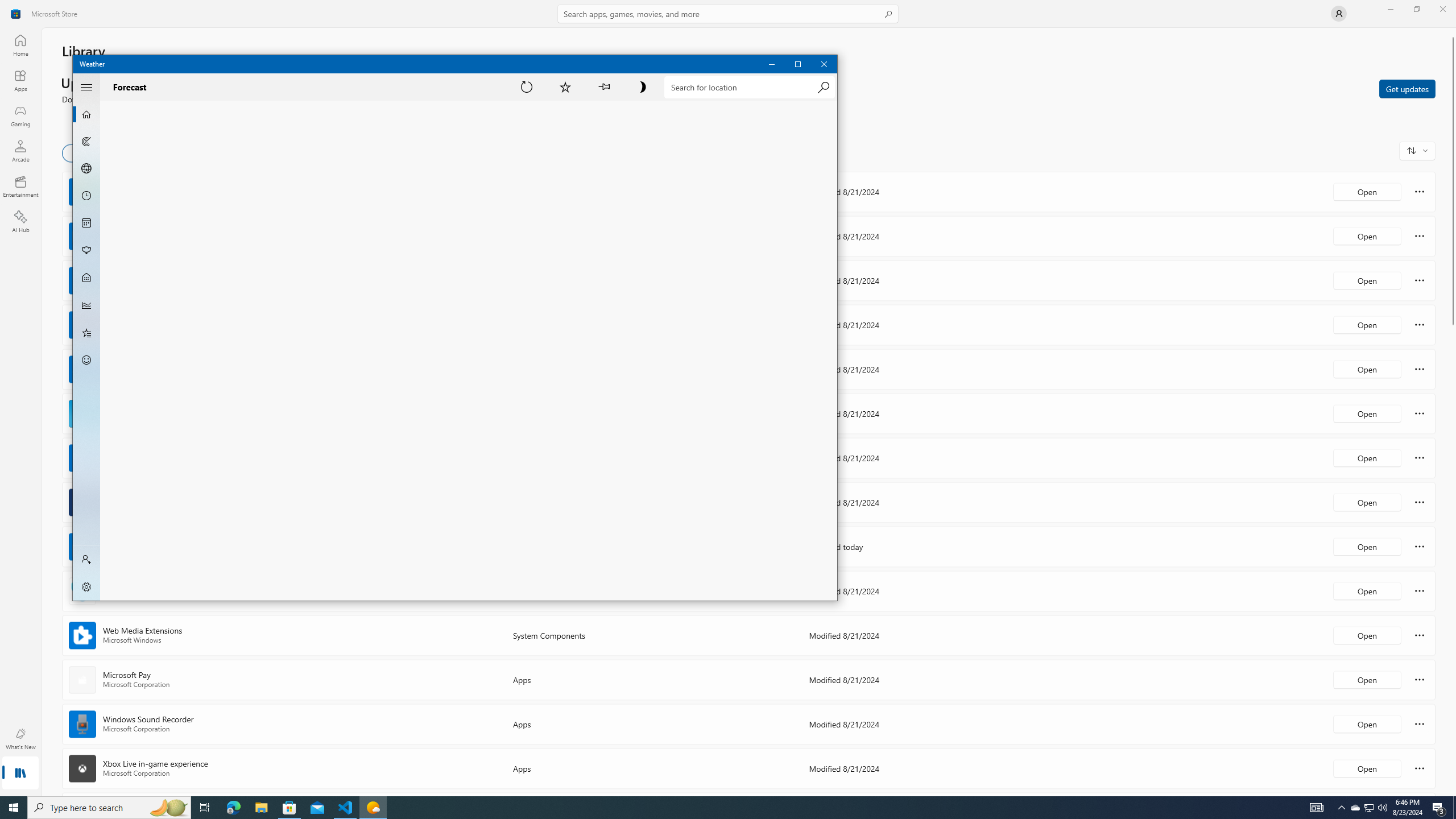 The image size is (1456, 819). I want to click on 'Sort and filter', so click(1417, 150).